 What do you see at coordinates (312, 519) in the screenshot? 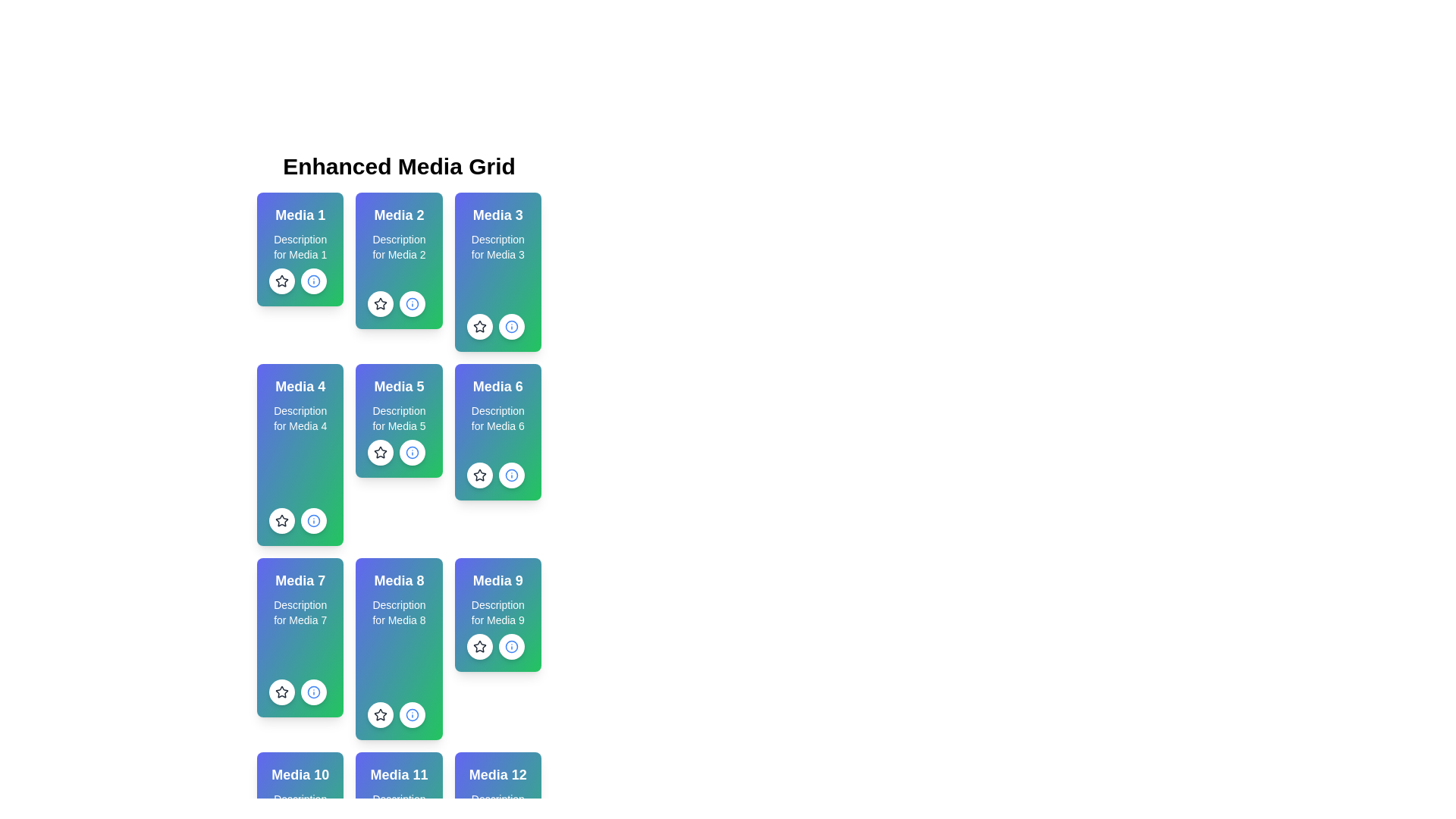
I see `the information button located in the bottom-left corner of the 'Media 4' card` at bounding box center [312, 519].